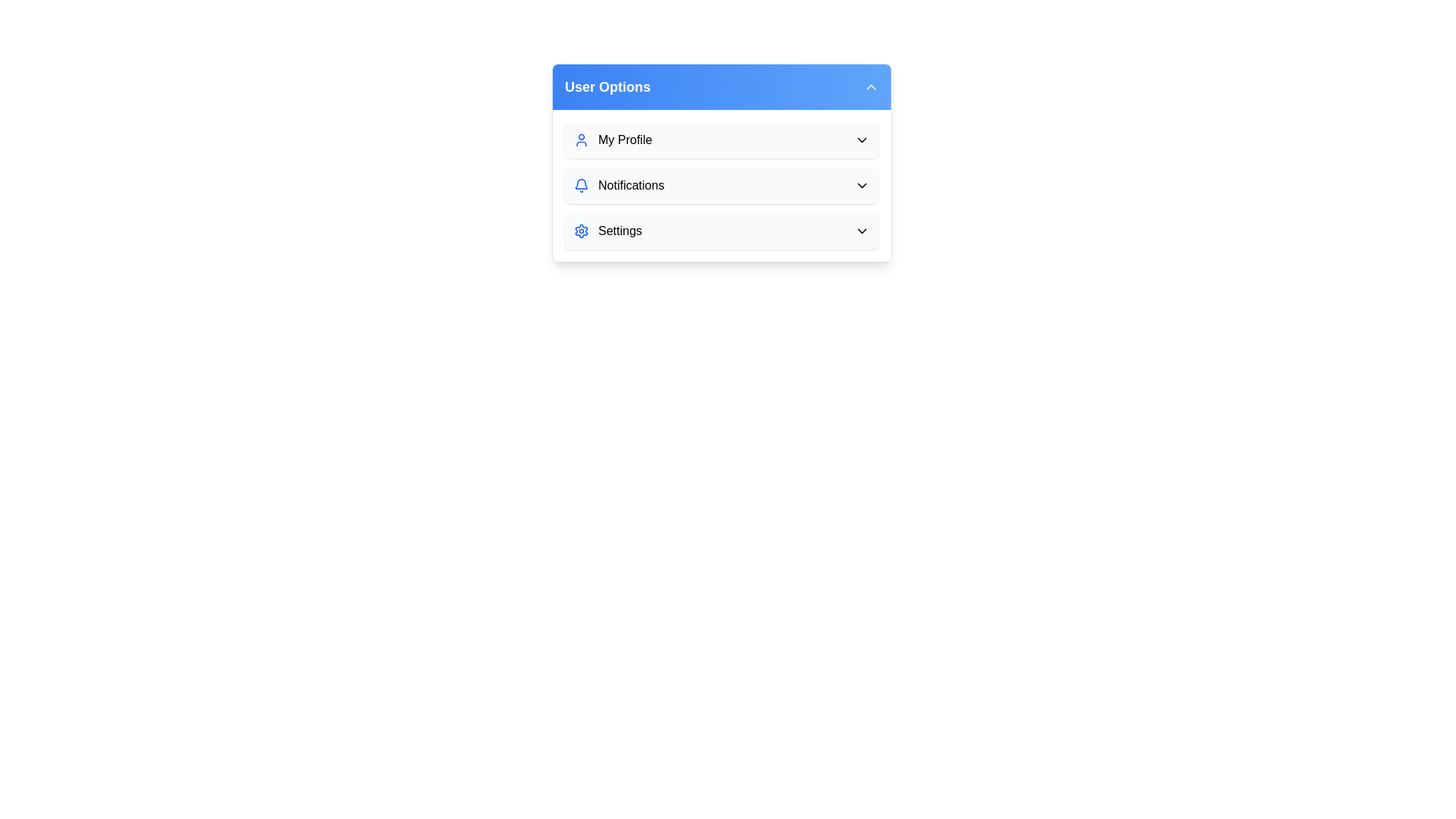  What do you see at coordinates (625, 140) in the screenshot?
I see `the text label that provides access to the user's profile section, located next to a blue user icon within the 'User Options' section` at bounding box center [625, 140].